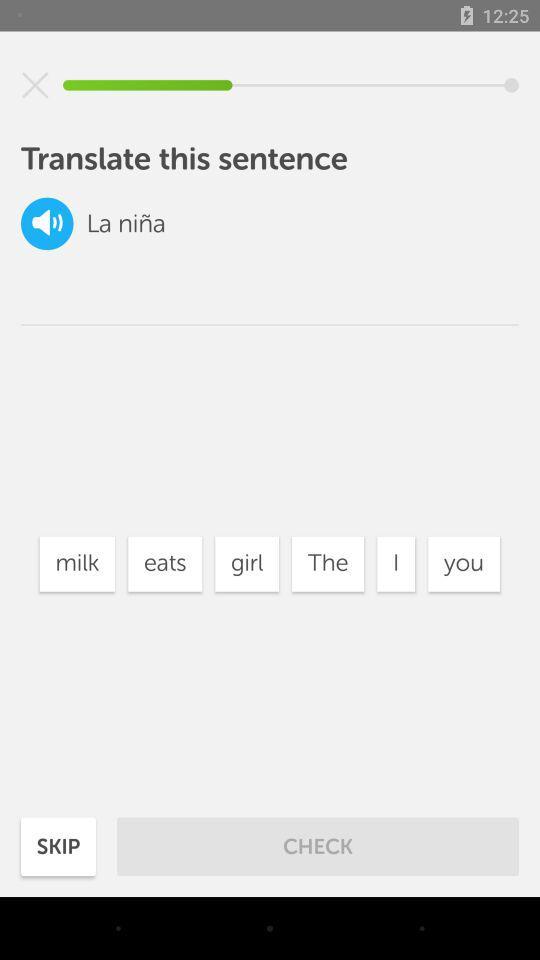  What do you see at coordinates (35, 85) in the screenshot?
I see `close` at bounding box center [35, 85].